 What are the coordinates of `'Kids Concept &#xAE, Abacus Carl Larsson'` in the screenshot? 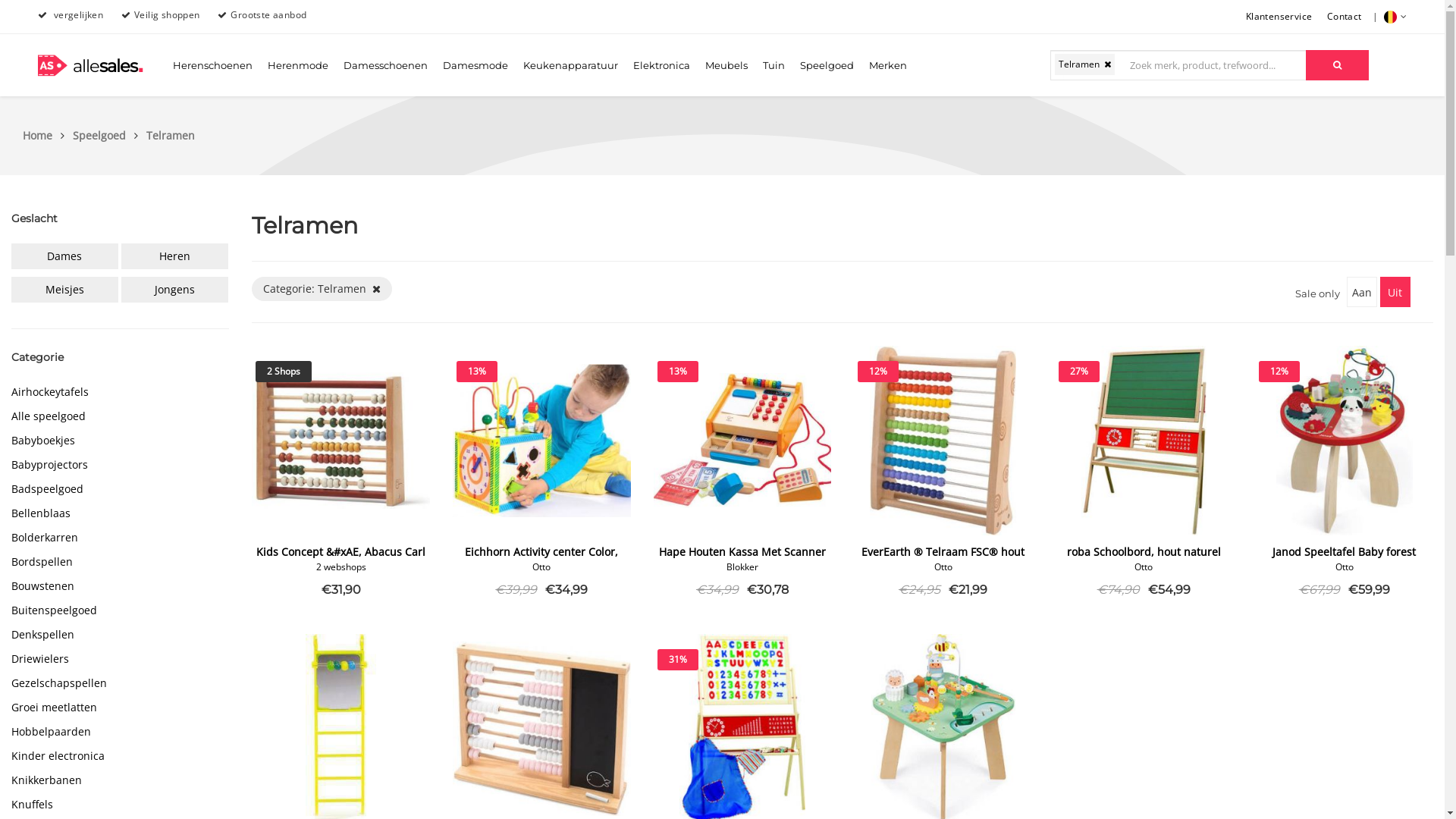 It's located at (340, 560).